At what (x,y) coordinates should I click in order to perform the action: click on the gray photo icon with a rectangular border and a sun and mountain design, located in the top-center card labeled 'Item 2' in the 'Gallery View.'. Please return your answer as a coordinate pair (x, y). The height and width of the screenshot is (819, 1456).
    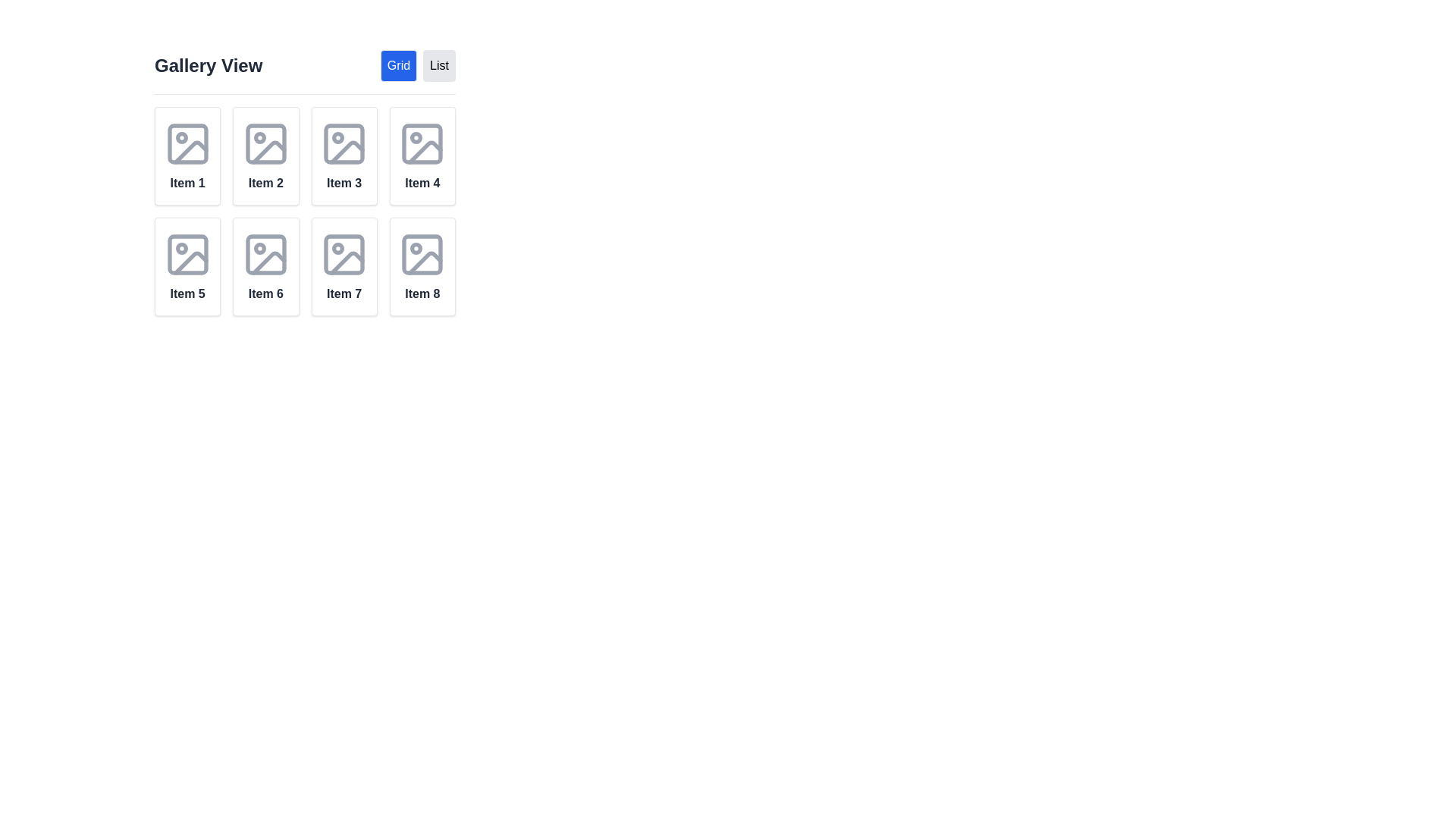
    Looking at the image, I should click on (265, 143).